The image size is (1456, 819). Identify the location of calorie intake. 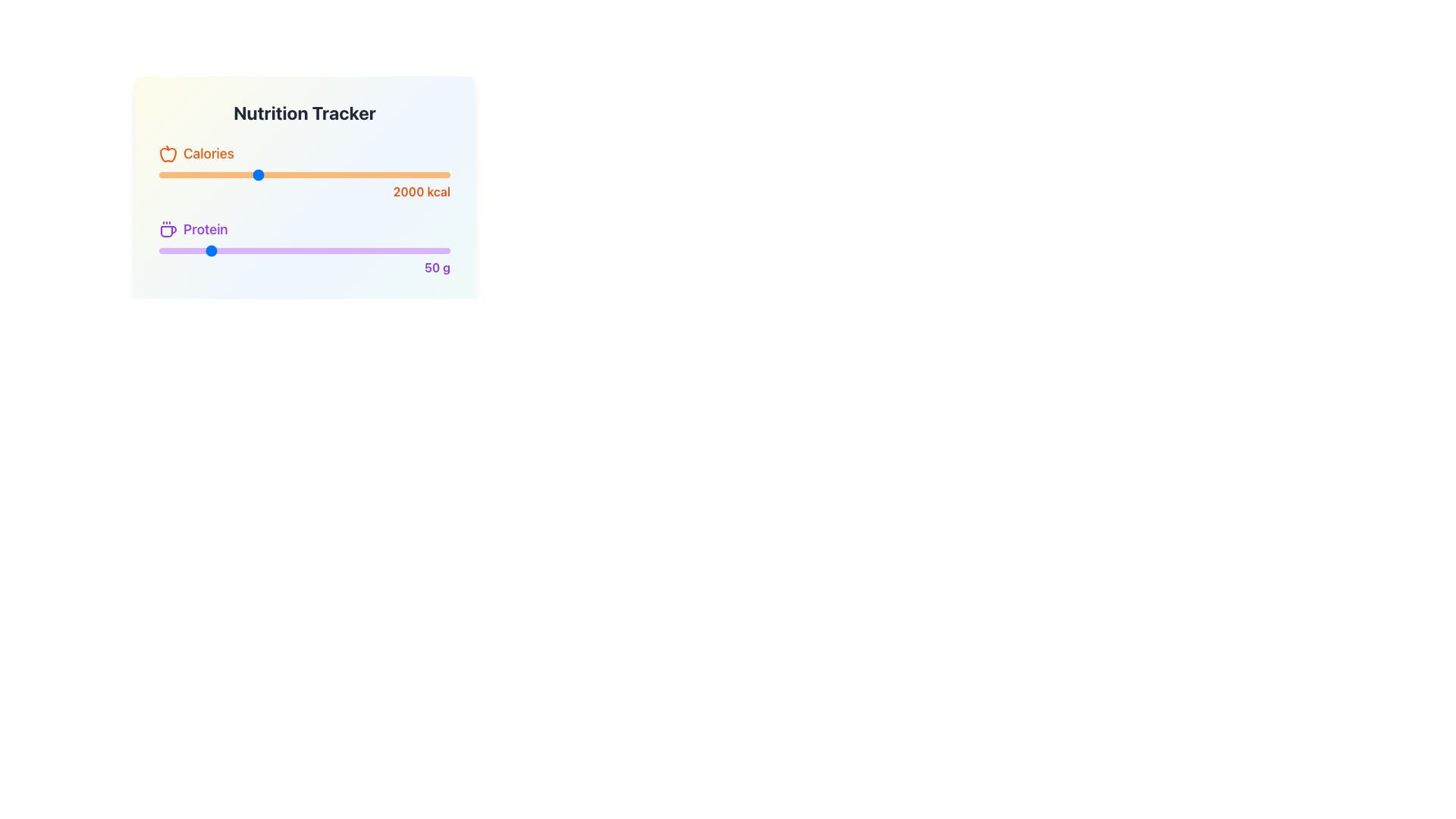
(313, 171).